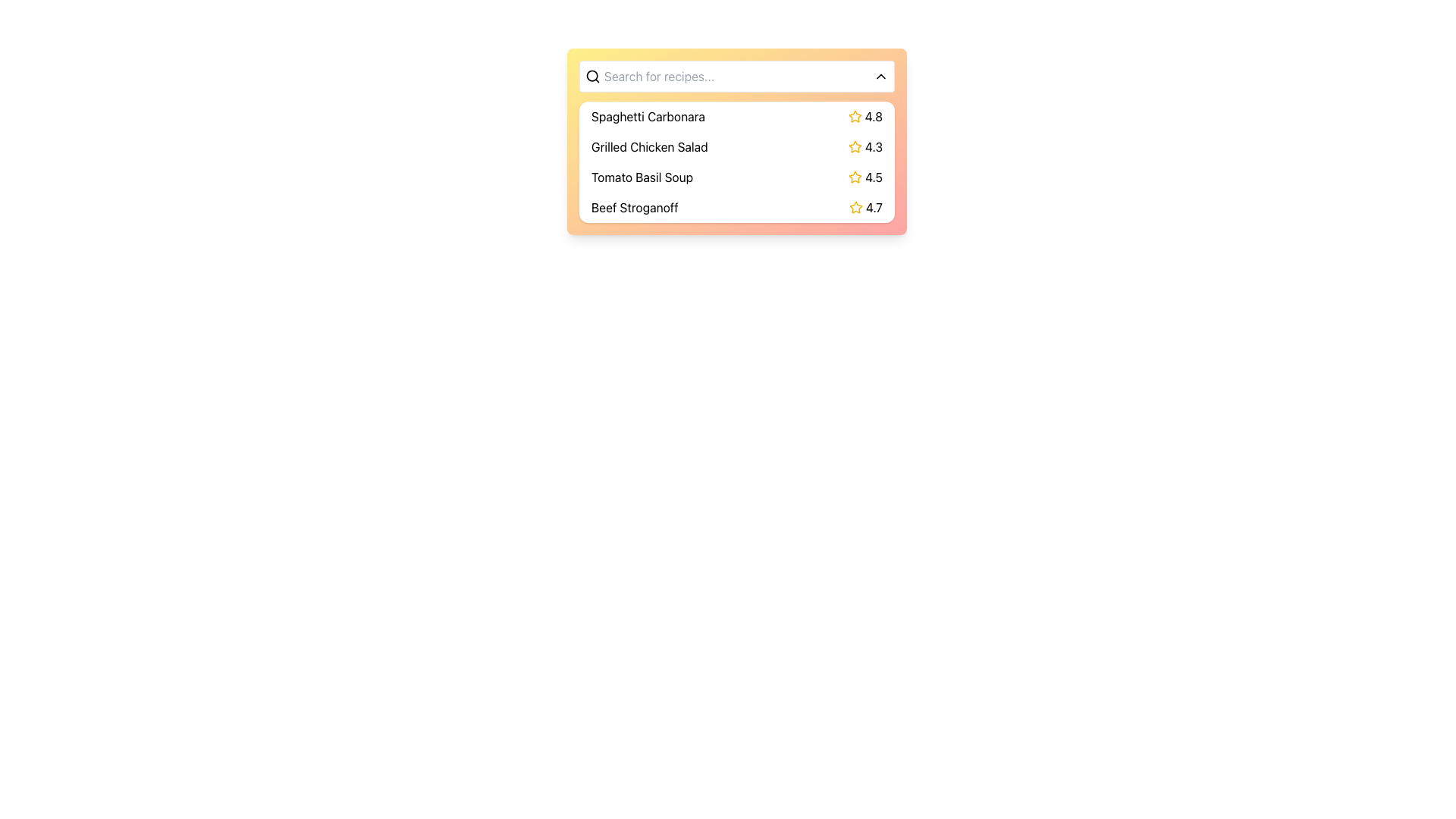  I want to click on the third menu item in the dropdown menu that displays detailed information about a dish, positioned below 'Grilled Chicken Salad (4.3)' and above 'Beef Stroganoff (4.7)', so click(736, 177).